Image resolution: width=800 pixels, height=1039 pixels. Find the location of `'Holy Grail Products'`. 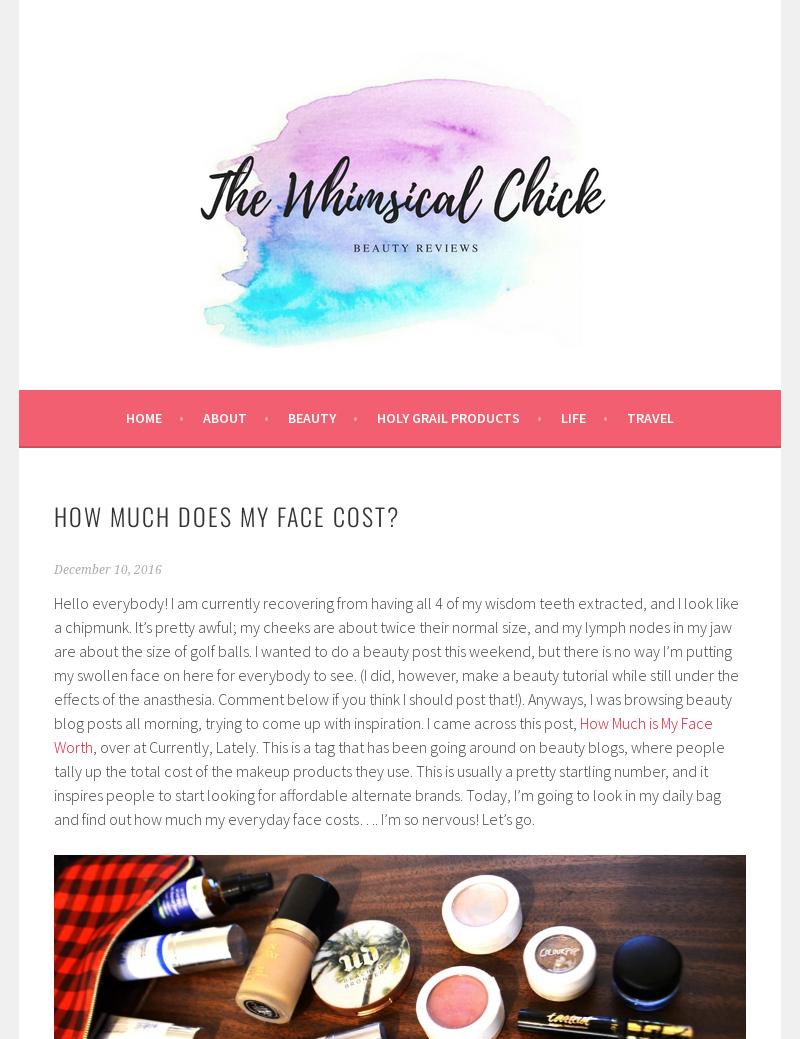

'Holy Grail Products' is located at coordinates (447, 416).